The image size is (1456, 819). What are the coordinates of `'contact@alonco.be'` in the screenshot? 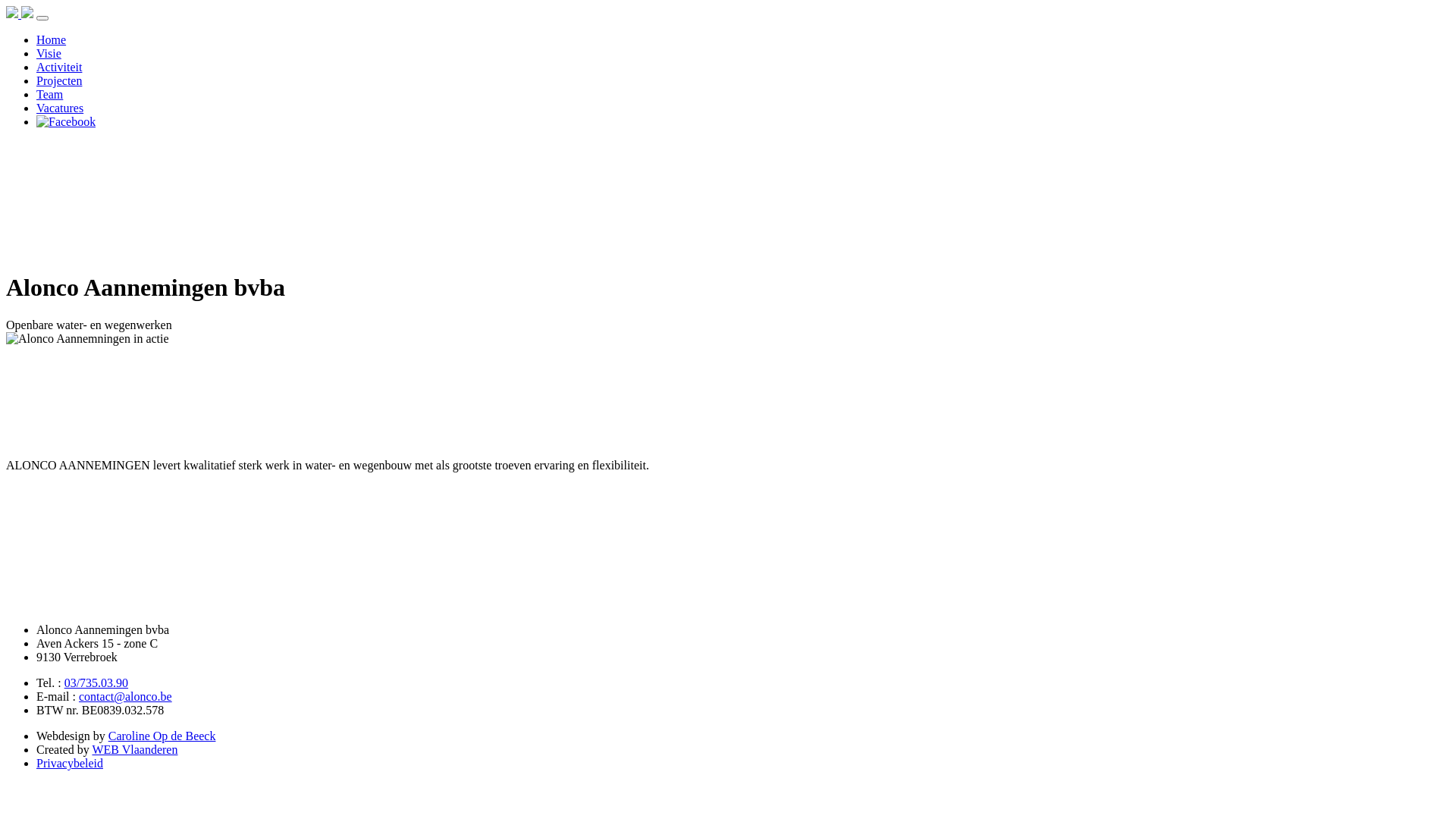 It's located at (125, 696).